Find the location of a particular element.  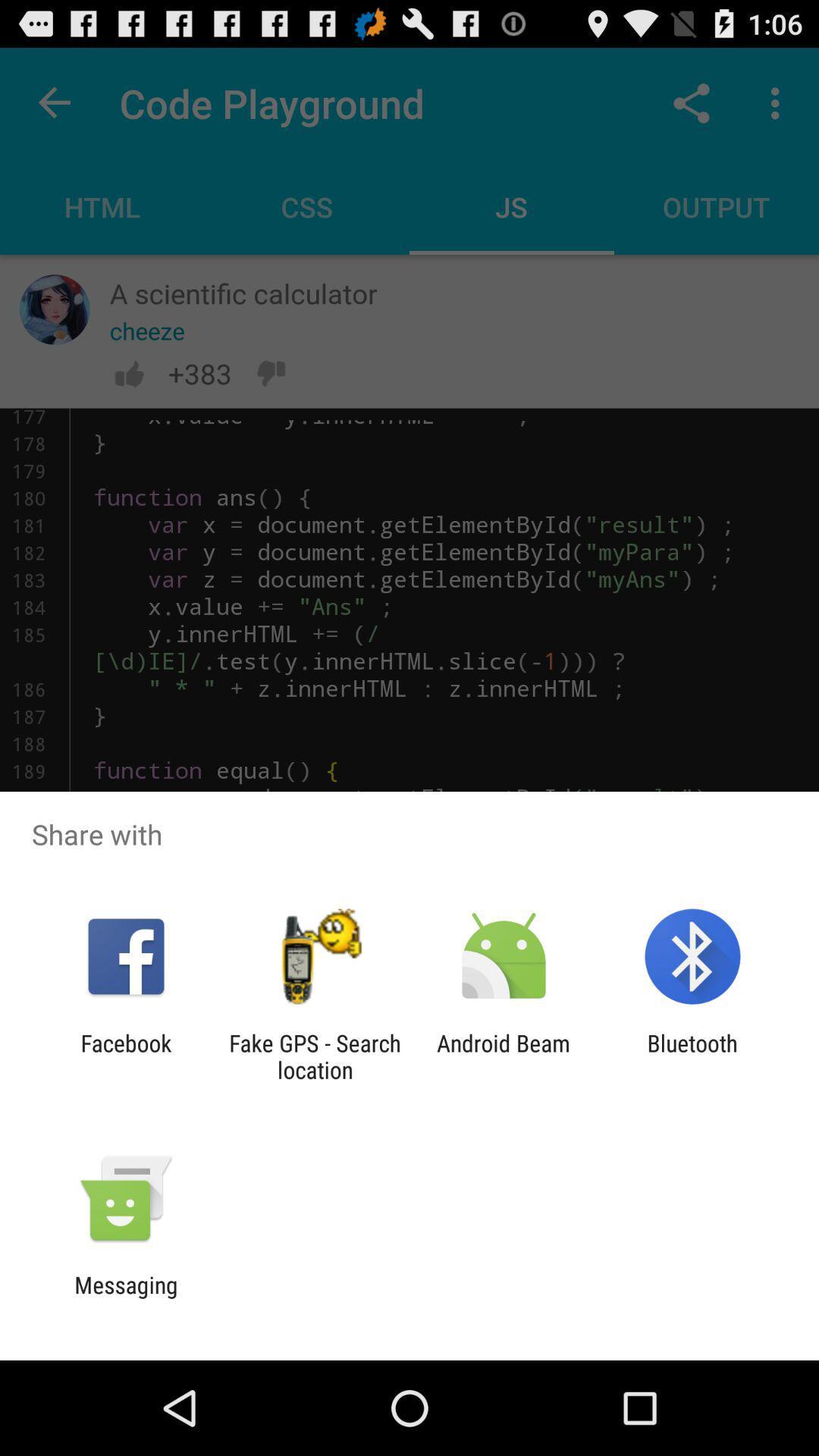

the messaging app is located at coordinates (125, 1298).